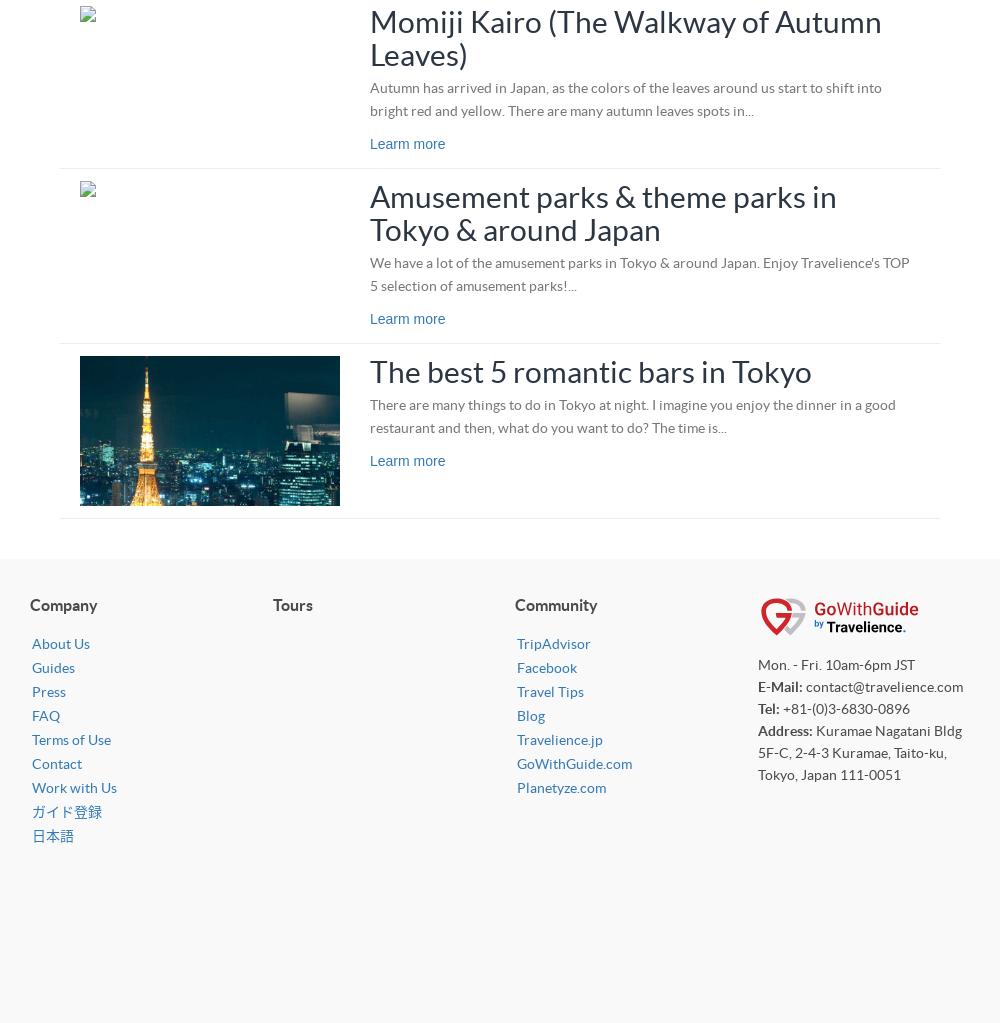 This screenshot has height=1023, width=1000. Describe the element at coordinates (625, 98) in the screenshot. I see `'Autumn has arrived in Japan, as the colors of the leaves around us start to shift into bright red and yellow. There are many autumn leaves spots in...'` at that location.